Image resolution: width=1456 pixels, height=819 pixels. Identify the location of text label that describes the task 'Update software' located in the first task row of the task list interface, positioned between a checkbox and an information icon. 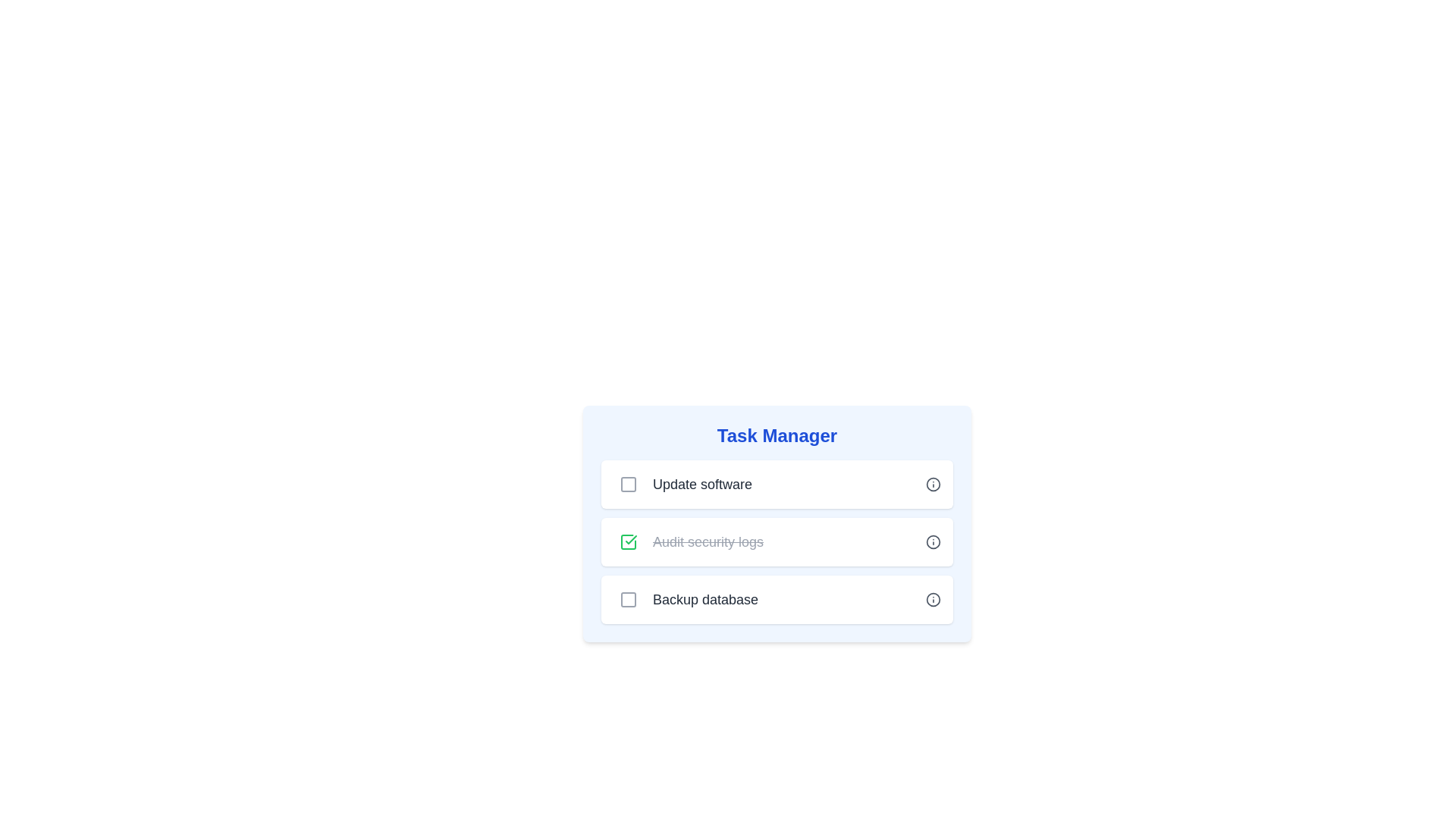
(701, 485).